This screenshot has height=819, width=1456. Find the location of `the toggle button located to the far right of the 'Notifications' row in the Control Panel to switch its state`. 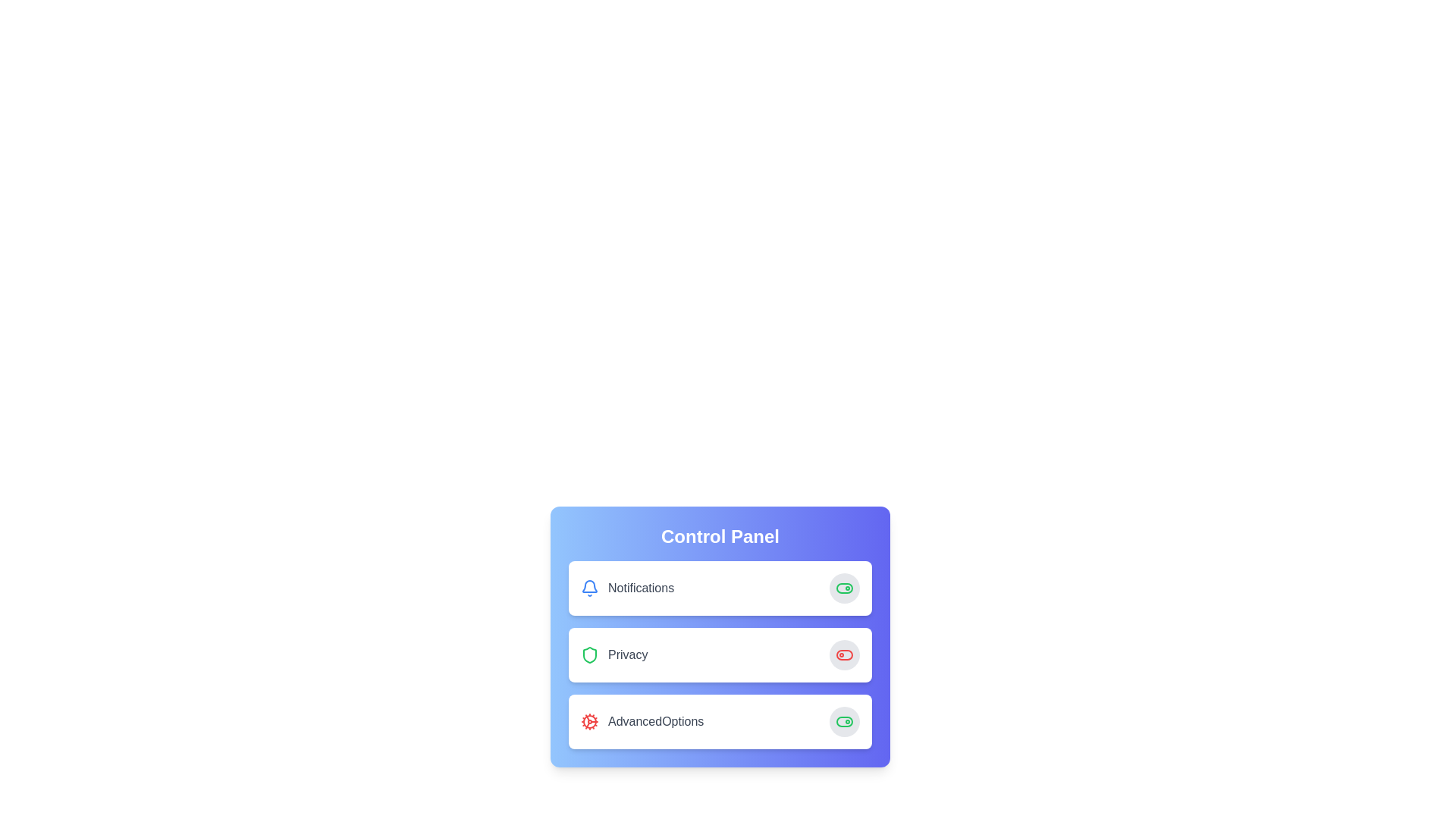

the toggle button located to the far right of the 'Notifications' row in the Control Panel to switch its state is located at coordinates (843, 587).